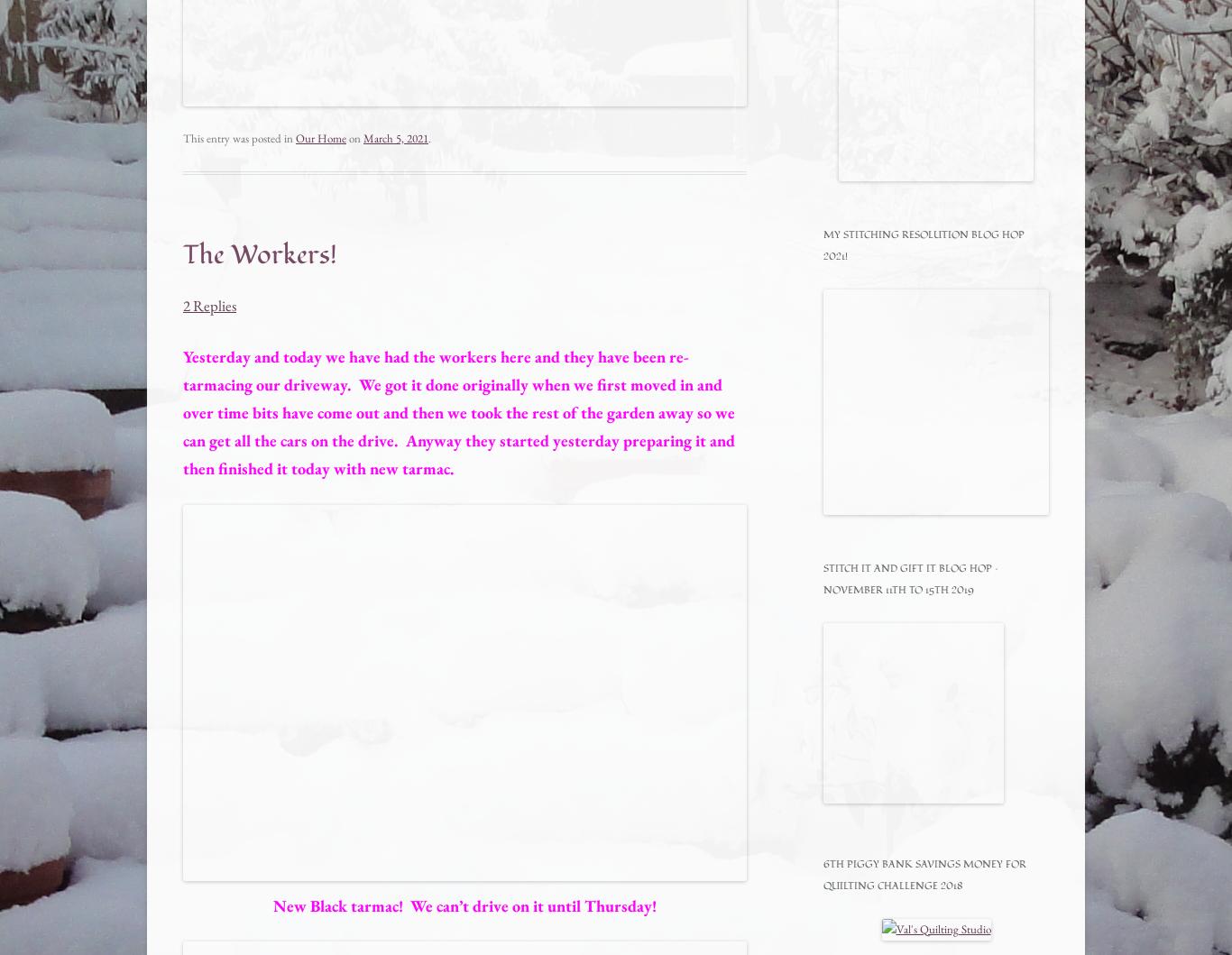 Image resolution: width=1232 pixels, height=955 pixels. Describe the element at coordinates (464, 904) in the screenshot. I see `'New Black tarmac!  We can’t drive on it until Thursday!'` at that location.